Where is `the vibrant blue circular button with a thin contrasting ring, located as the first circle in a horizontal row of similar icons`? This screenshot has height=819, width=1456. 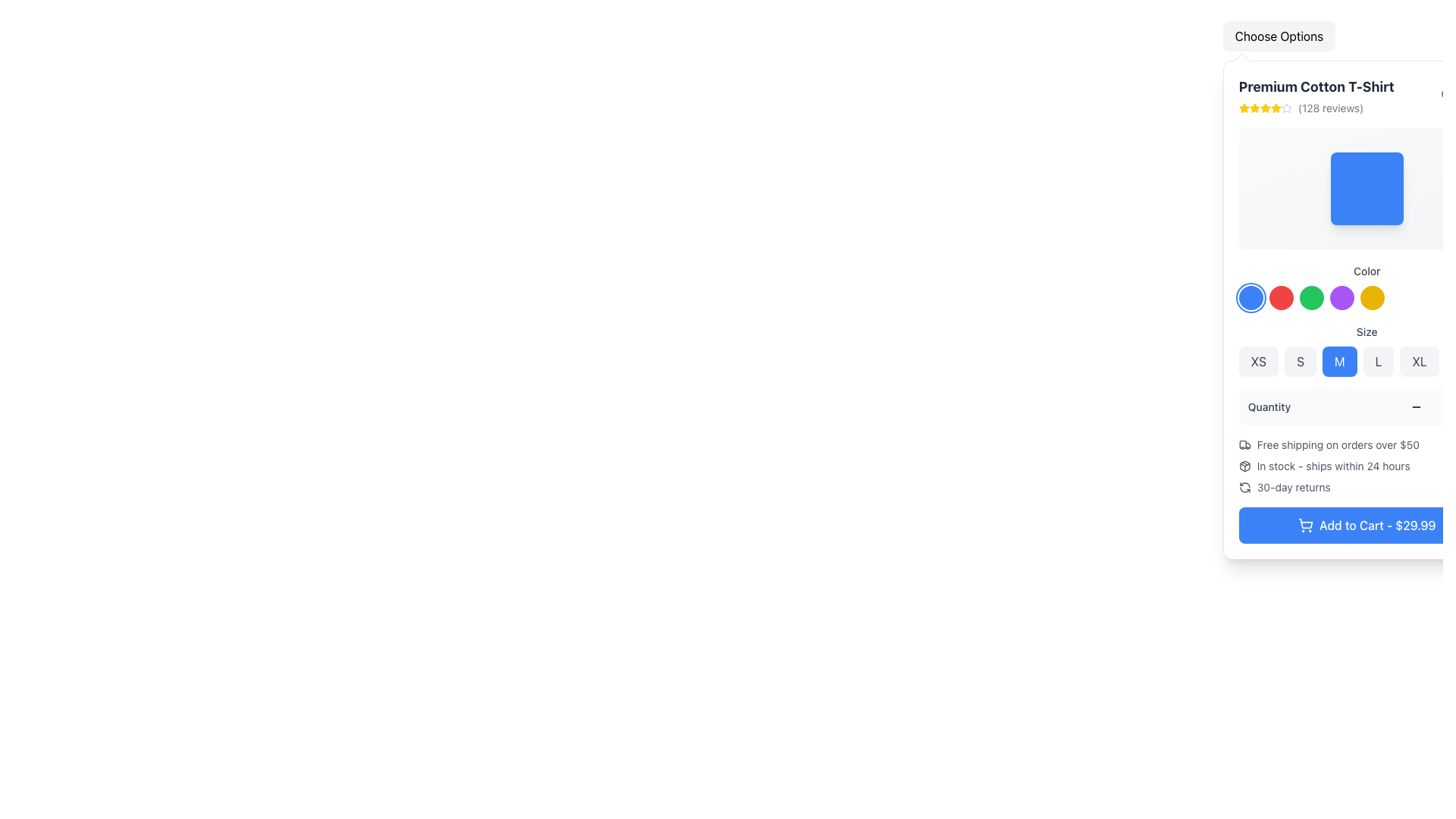 the vibrant blue circular button with a thin contrasting ring, located as the first circle in a horizontal row of similar icons is located at coordinates (1250, 298).